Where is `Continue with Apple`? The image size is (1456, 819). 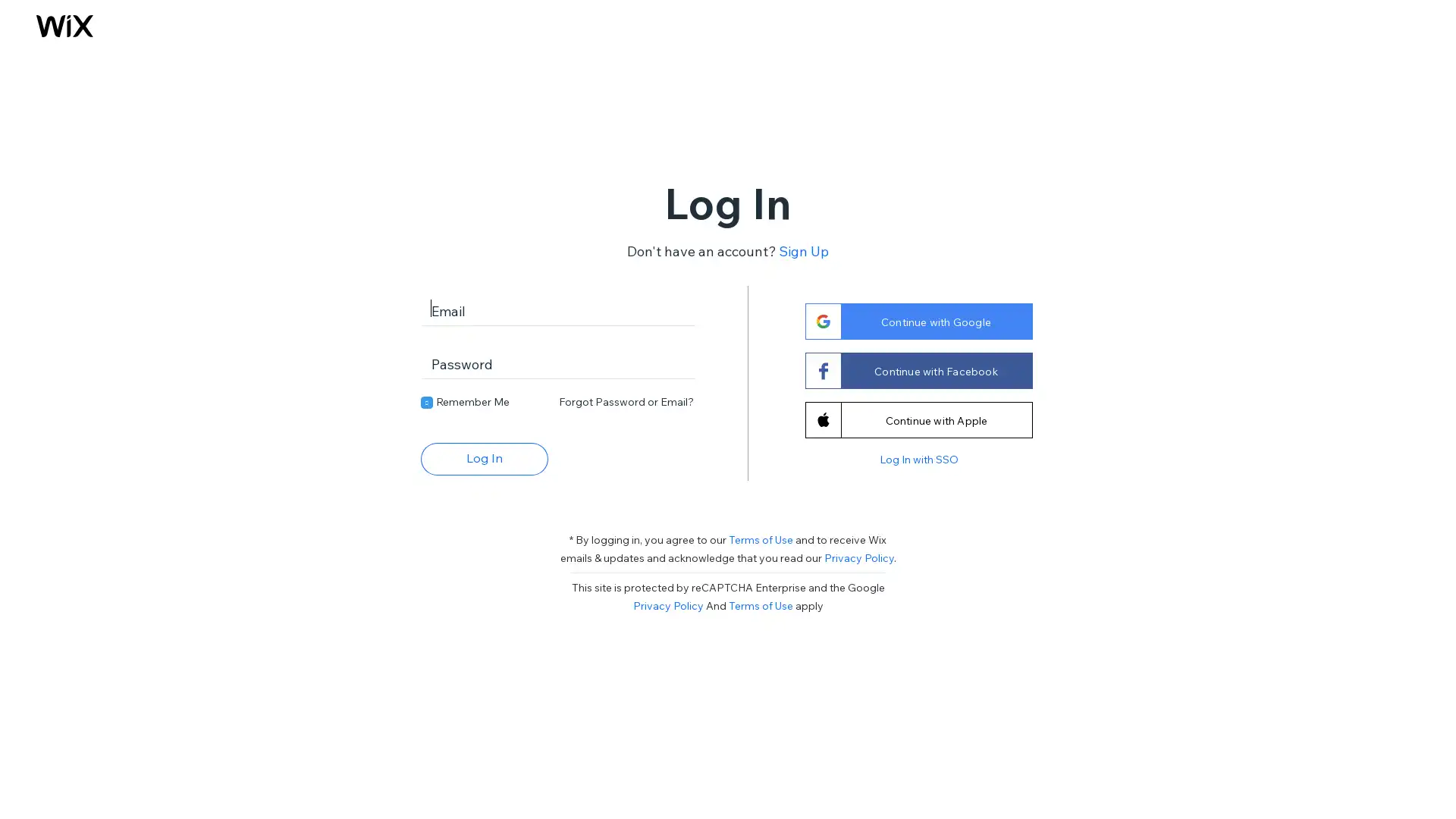
Continue with Apple is located at coordinates (917, 419).